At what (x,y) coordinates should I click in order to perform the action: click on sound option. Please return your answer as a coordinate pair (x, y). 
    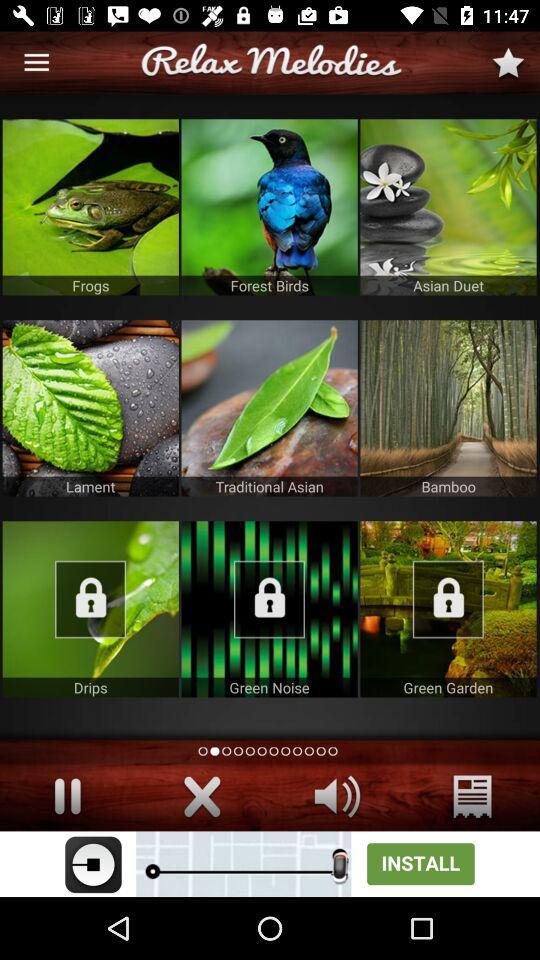
    Looking at the image, I should click on (337, 796).